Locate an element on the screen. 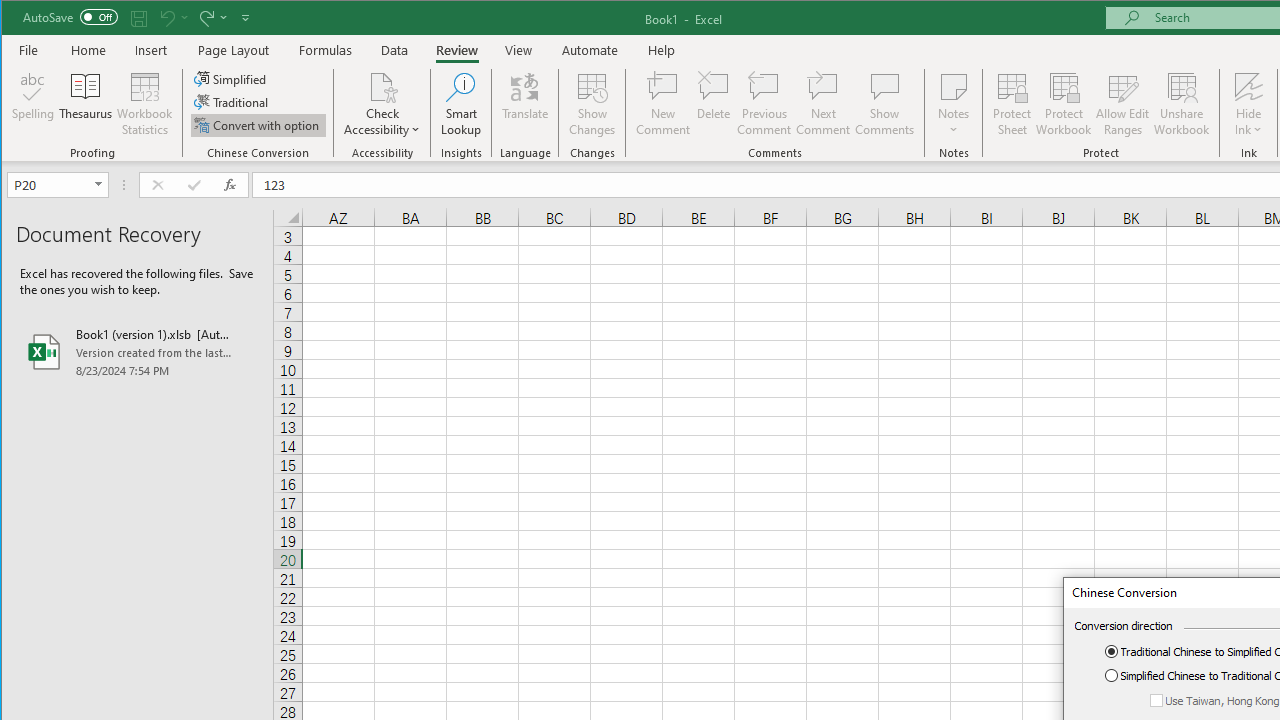 Image resolution: width=1280 pixels, height=720 pixels. 'Protect Sheet...' is located at coordinates (1012, 104).